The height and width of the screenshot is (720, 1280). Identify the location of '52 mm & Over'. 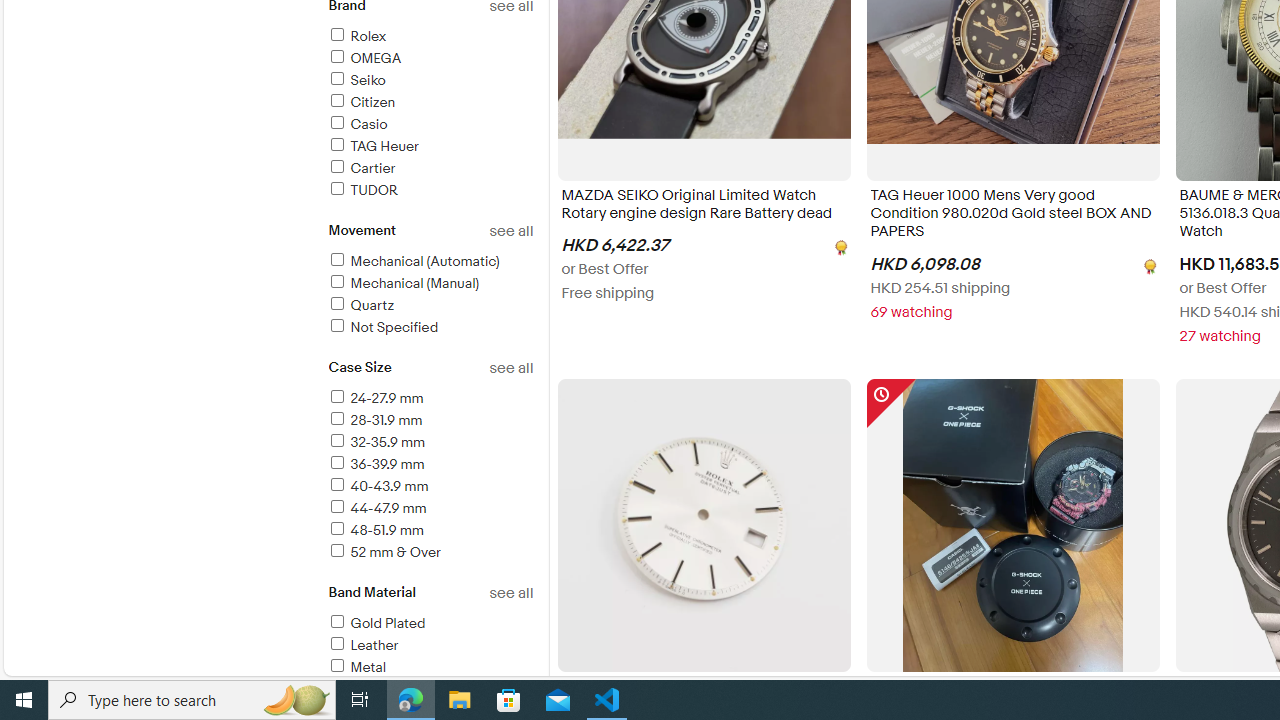
(384, 552).